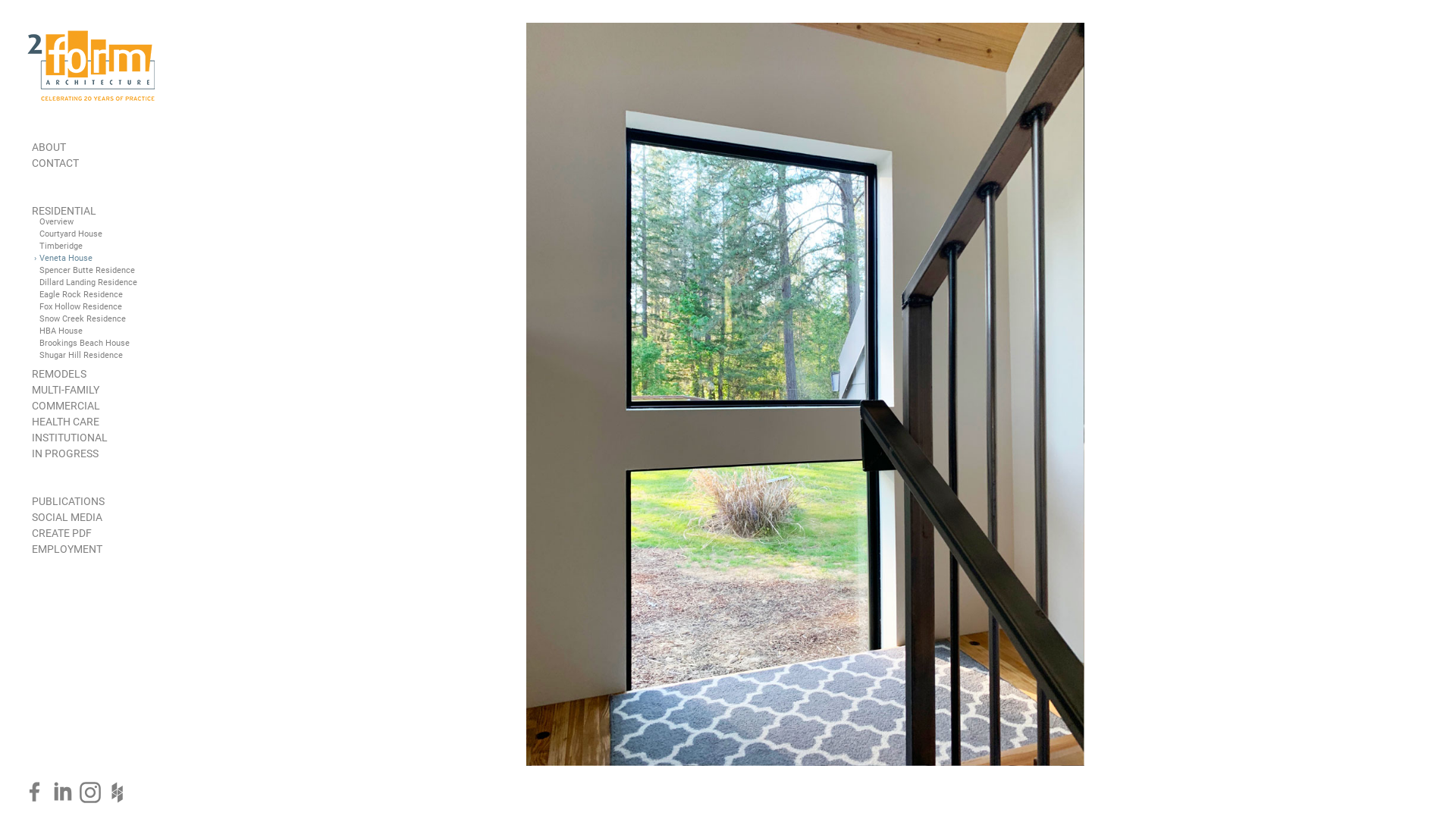 This screenshot has height=819, width=1456. What do you see at coordinates (80, 355) in the screenshot?
I see `'Shugar Hill Residence'` at bounding box center [80, 355].